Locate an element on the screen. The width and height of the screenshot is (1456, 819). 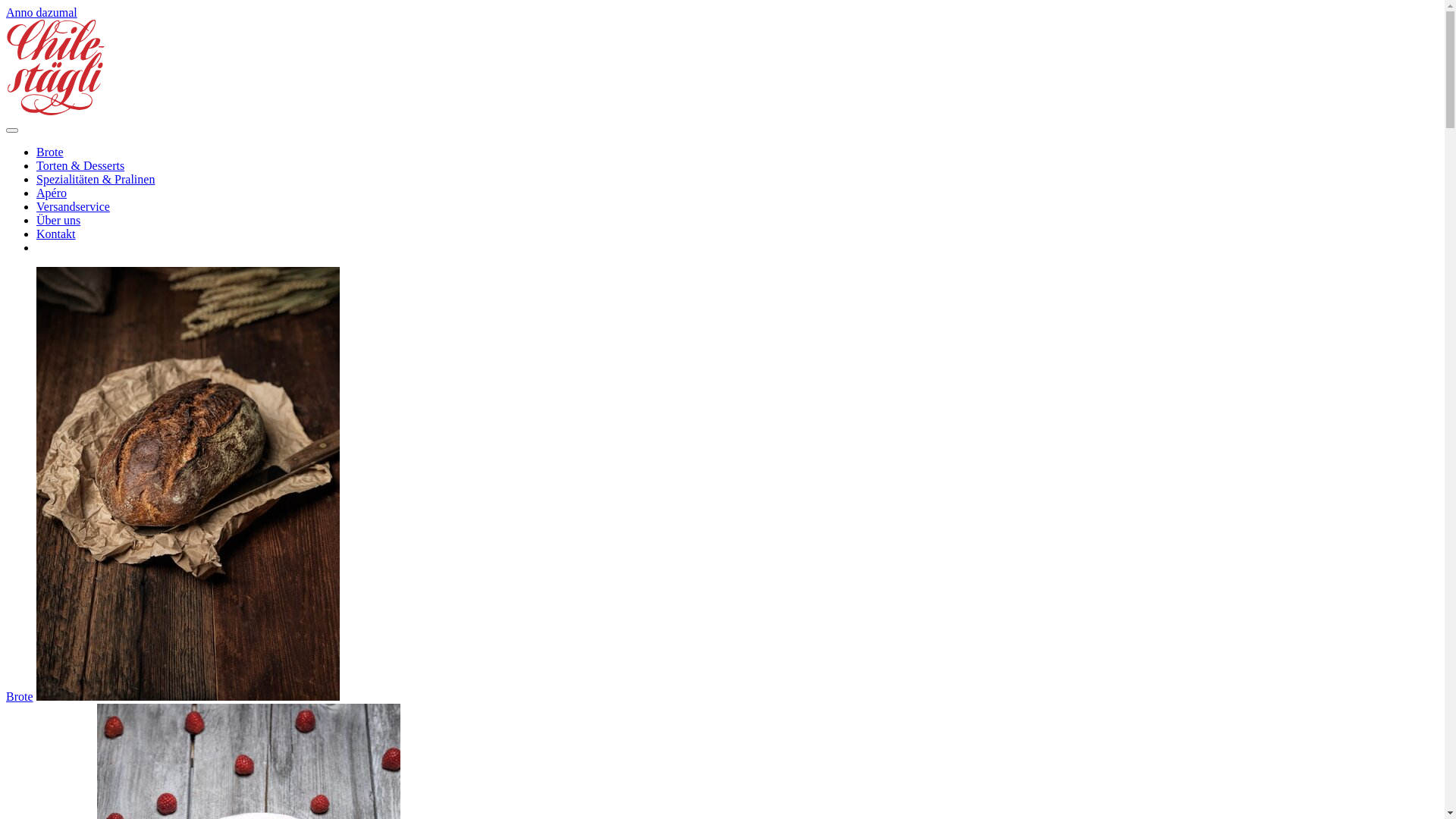
'Anno dazumal' is located at coordinates (6, 12).